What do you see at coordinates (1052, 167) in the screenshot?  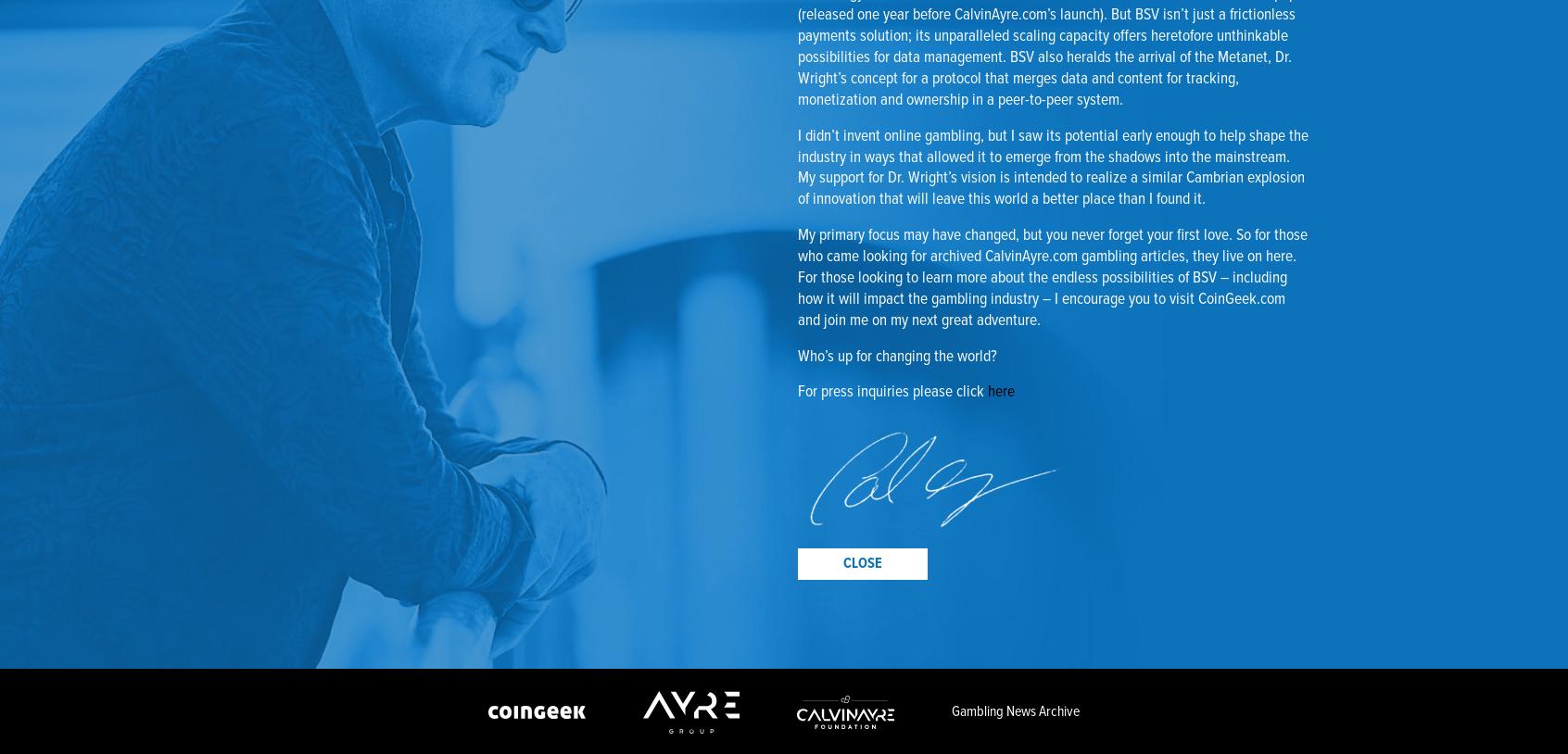 I see `'I didn’t invent online gambling, but I saw its potential early enough to help shape the industry in ways that allowed it to emerge from the shadows into the mainstream. My support for Dr. Wright’s vision is intended to realize a similar Cambrian explosion of innovation that will leave this world a better place than I found it.'` at bounding box center [1052, 167].